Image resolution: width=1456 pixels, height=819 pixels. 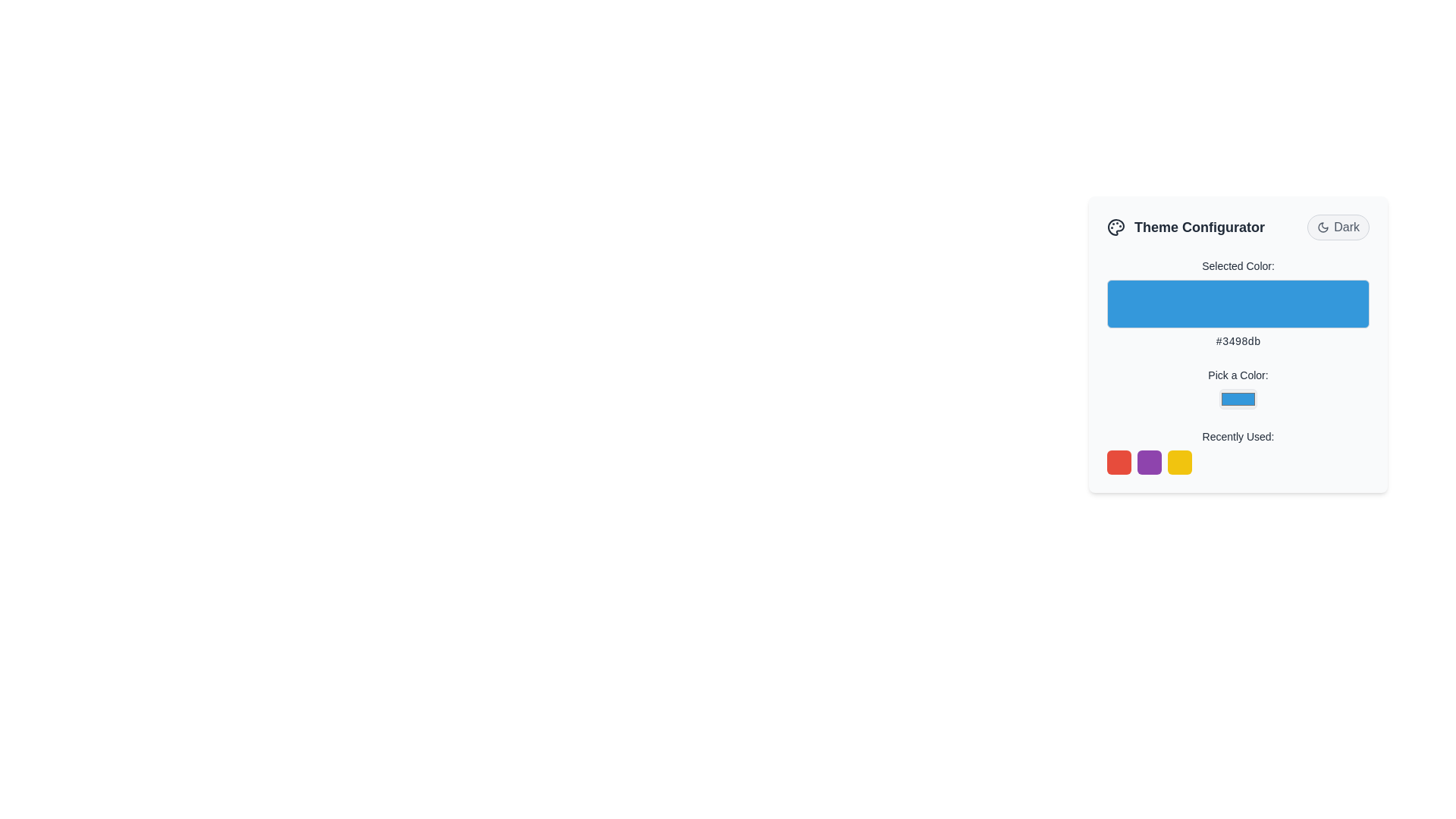 What do you see at coordinates (1150, 461) in the screenshot?
I see `the purple button` at bounding box center [1150, 461].